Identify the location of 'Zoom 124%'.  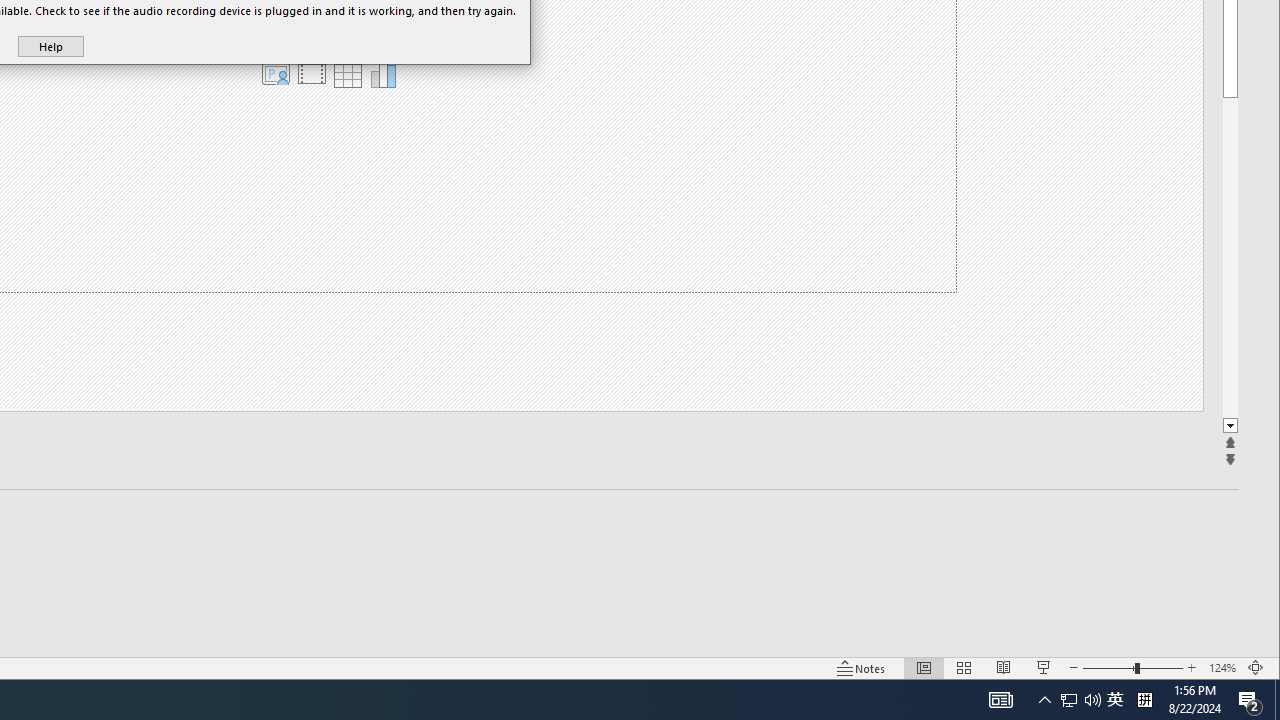
(1221, 668).